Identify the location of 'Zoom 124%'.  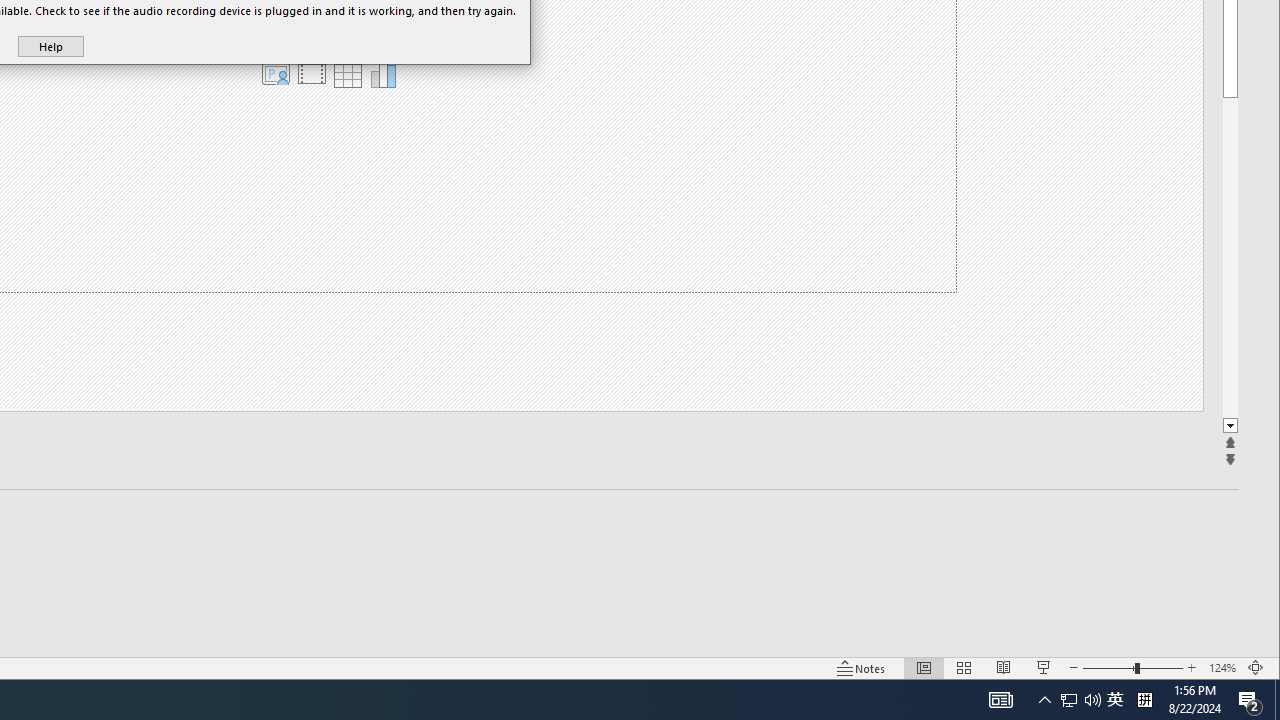
(1221, 668).